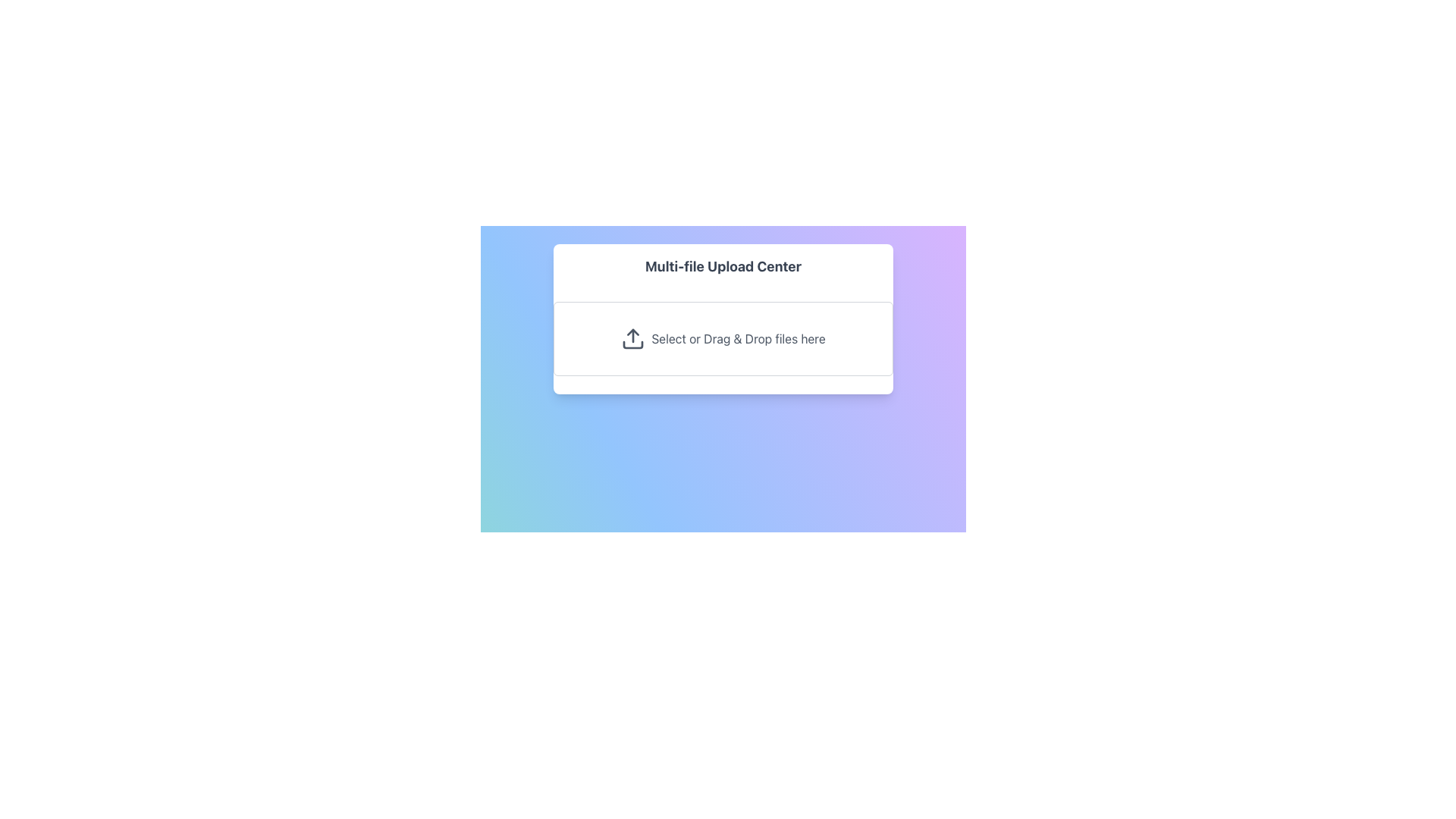 This screenshot has height=819, width=1456. I want to click on the upload icon, which is a vector icon depicting an upward arrow inside a rectangular shape, located to the left of the text 'Select or Drag & Drop files here', so click(633, 338).